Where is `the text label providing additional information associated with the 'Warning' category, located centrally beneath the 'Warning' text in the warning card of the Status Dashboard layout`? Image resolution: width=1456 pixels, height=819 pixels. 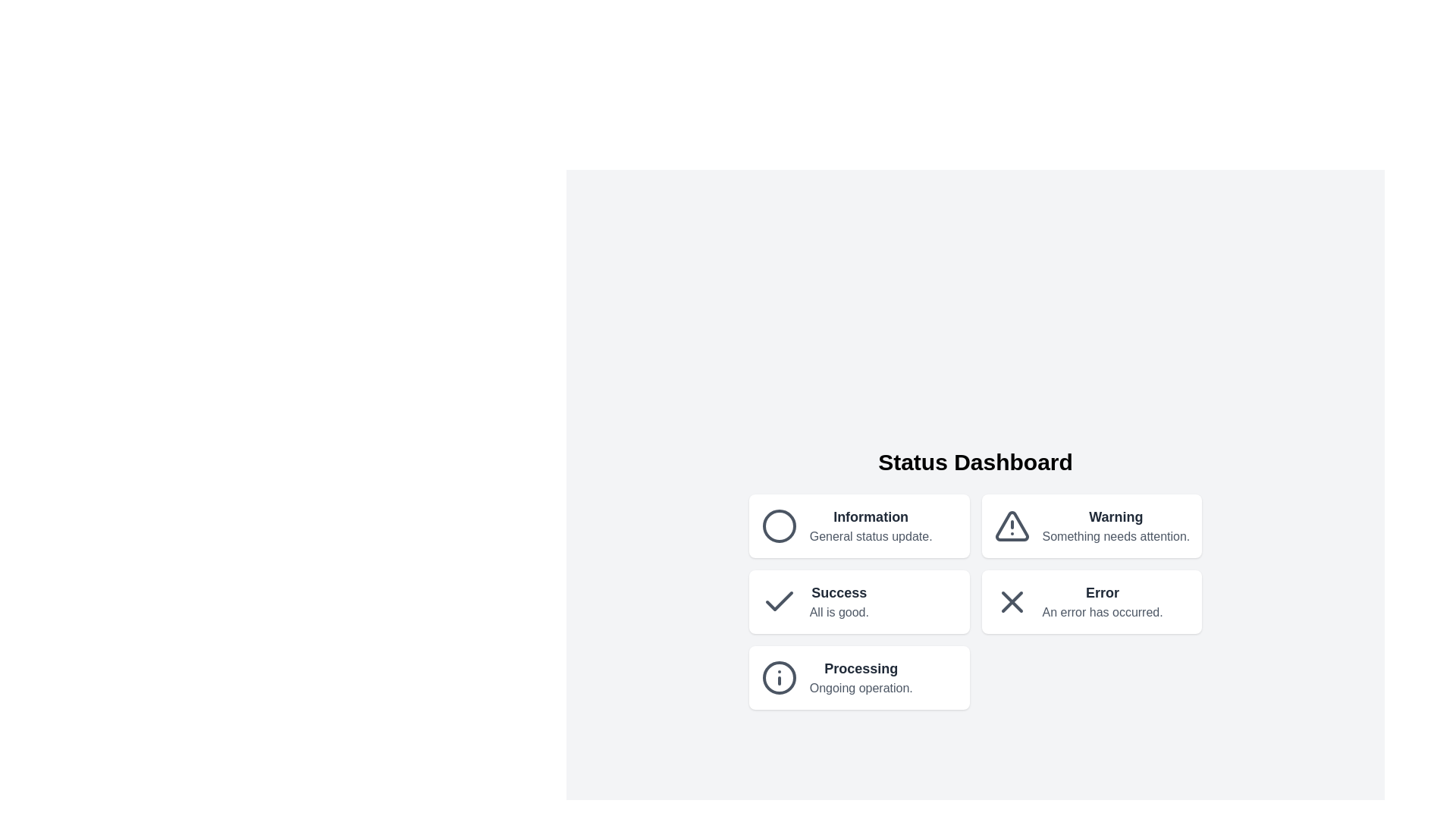
the text label providing additional information associated with the 'Warning' category, located centrally beneath the 'Warning' text in the warning card of the Status Dashboard layout is located at coordinates (1116, 536).